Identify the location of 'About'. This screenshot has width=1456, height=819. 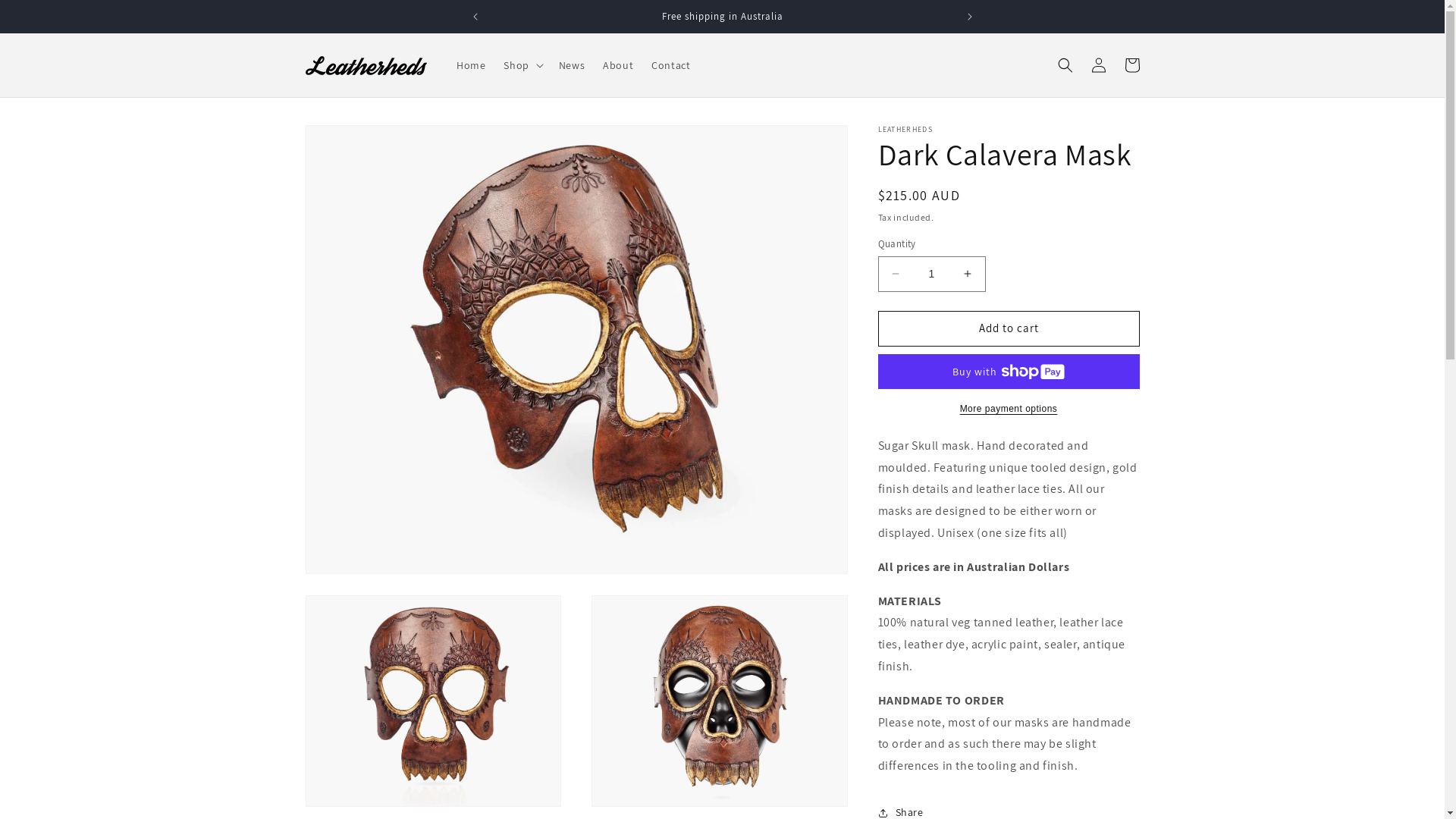
(618, 64).